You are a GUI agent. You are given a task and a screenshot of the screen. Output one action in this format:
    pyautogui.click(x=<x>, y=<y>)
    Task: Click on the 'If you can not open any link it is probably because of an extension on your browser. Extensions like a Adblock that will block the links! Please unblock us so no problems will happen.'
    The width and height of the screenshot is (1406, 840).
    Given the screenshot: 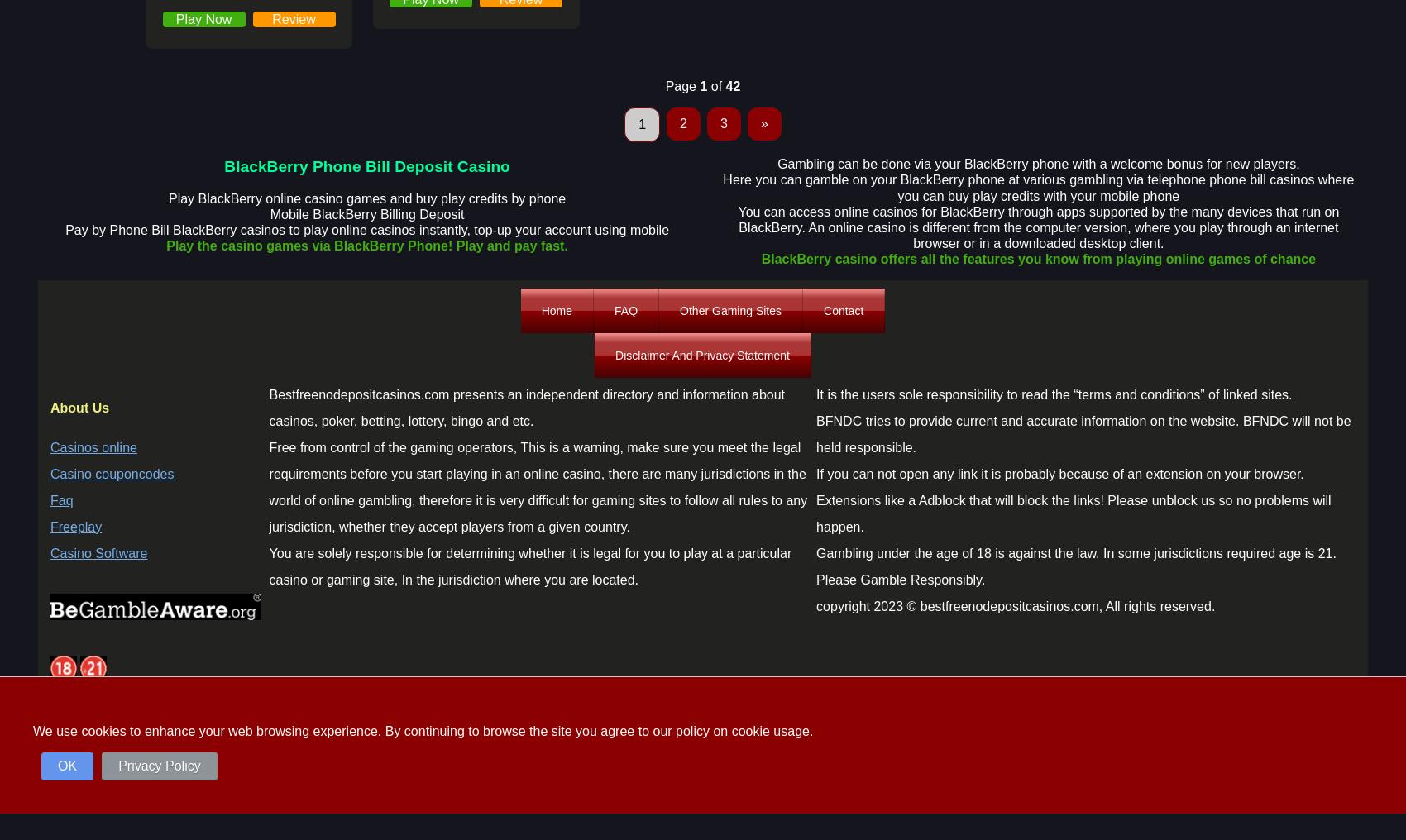 What is the action you would take?
    pyautogui.click(x=1073, y=499)
    